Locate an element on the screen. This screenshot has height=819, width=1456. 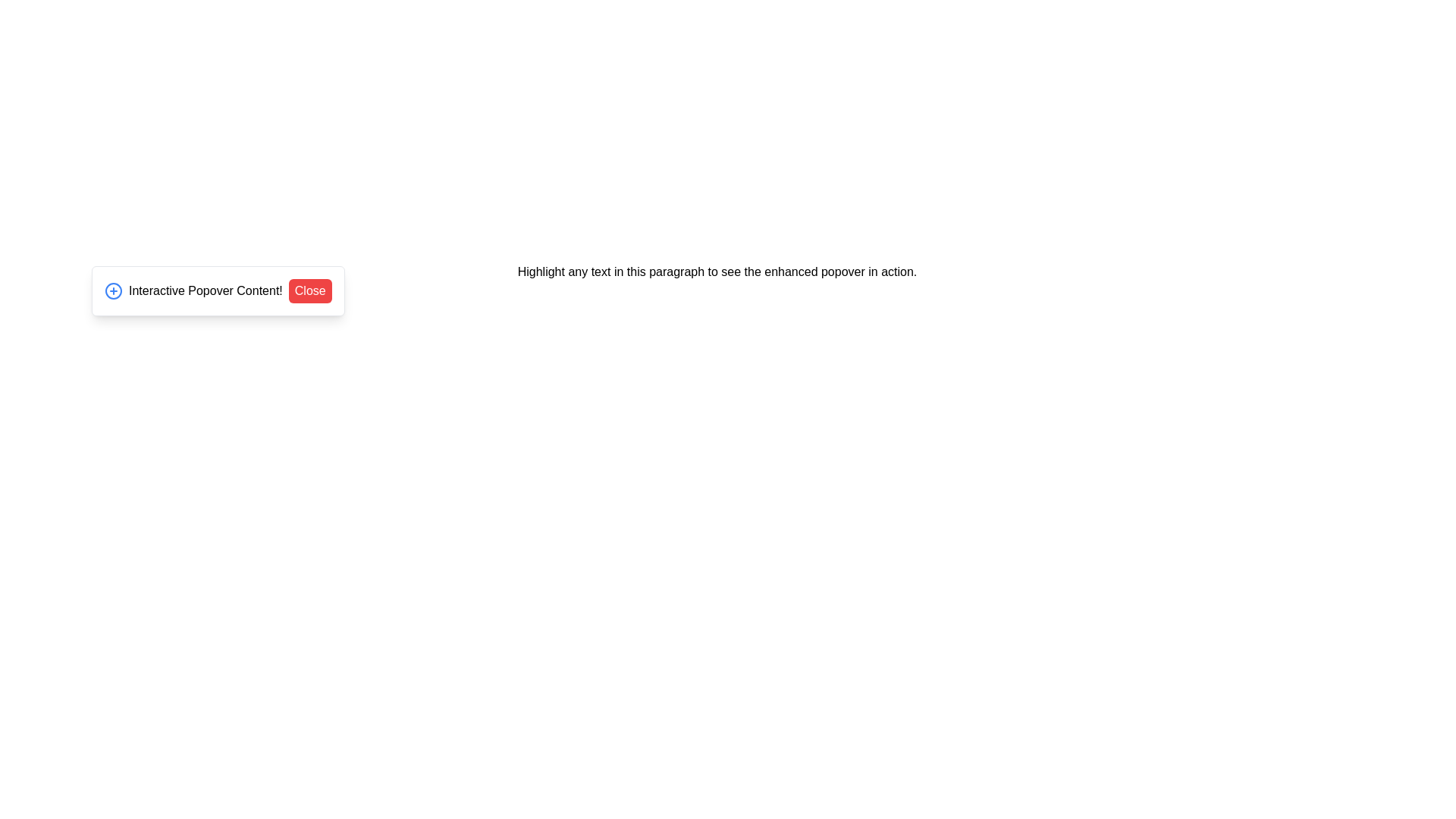
the circular '+' icon button with a blue stroke located on the left side of the popover is located at coordinates (112, 291).